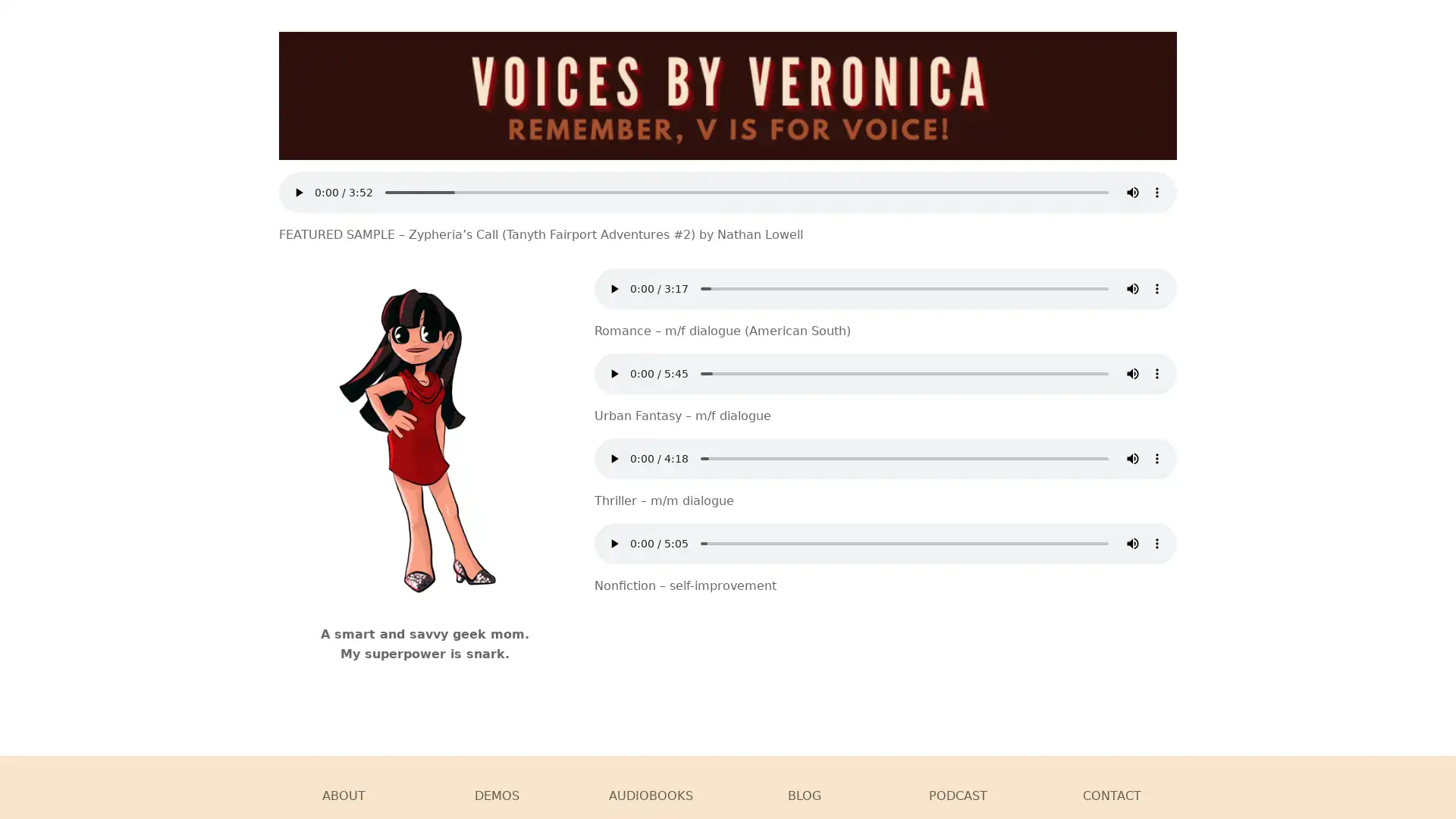 The width and height of the screenshot is (1456, 819). Describe the element at coordinates (614, 374) in the screenshot. I see `play` at that location.